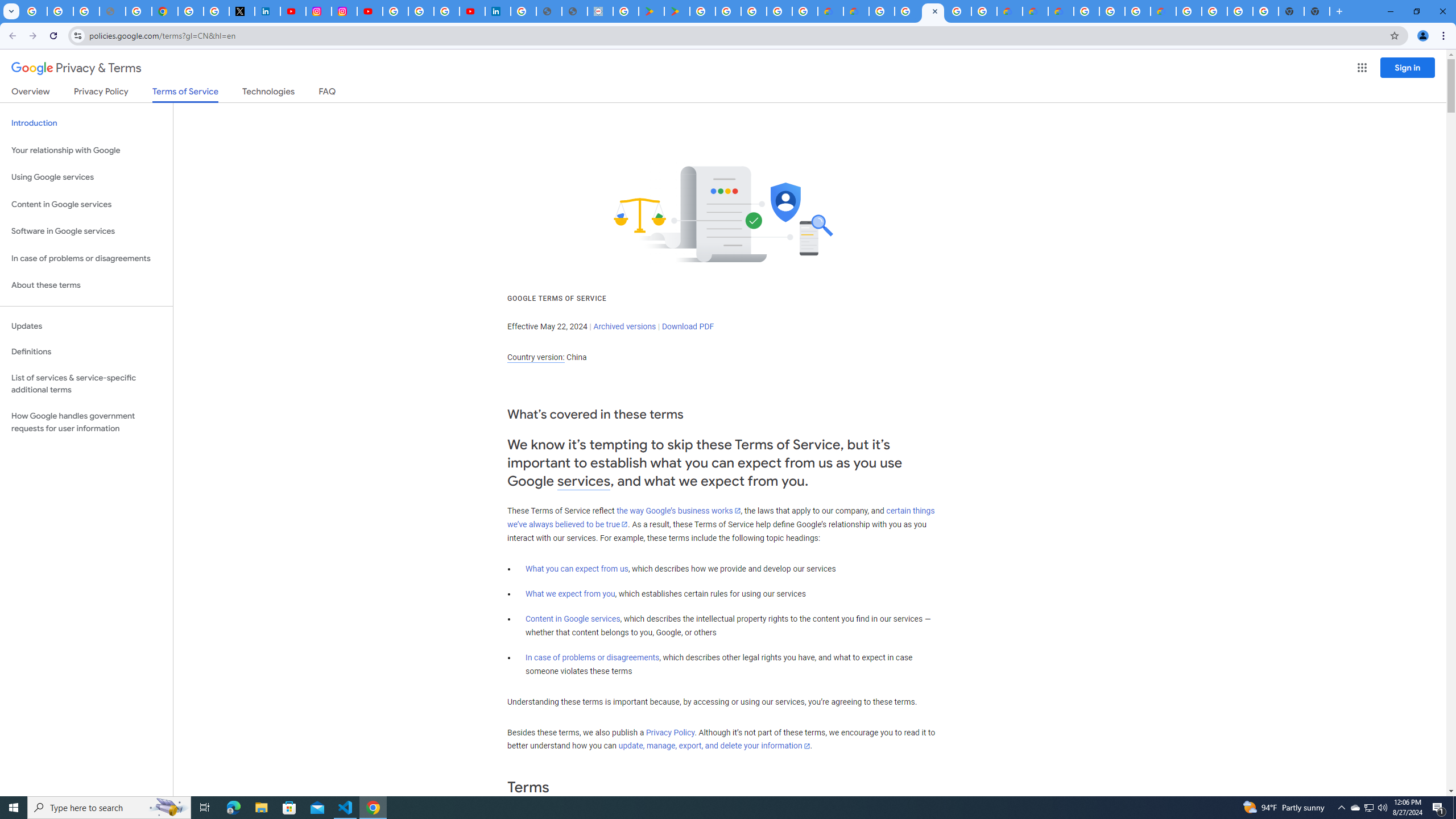 Image resolution: width=1456 pixels, height=819 pixels. What do you see at coordinates (573, 11) in the screenshot?
I see `'User Details'` at bounding box center [573, 11].